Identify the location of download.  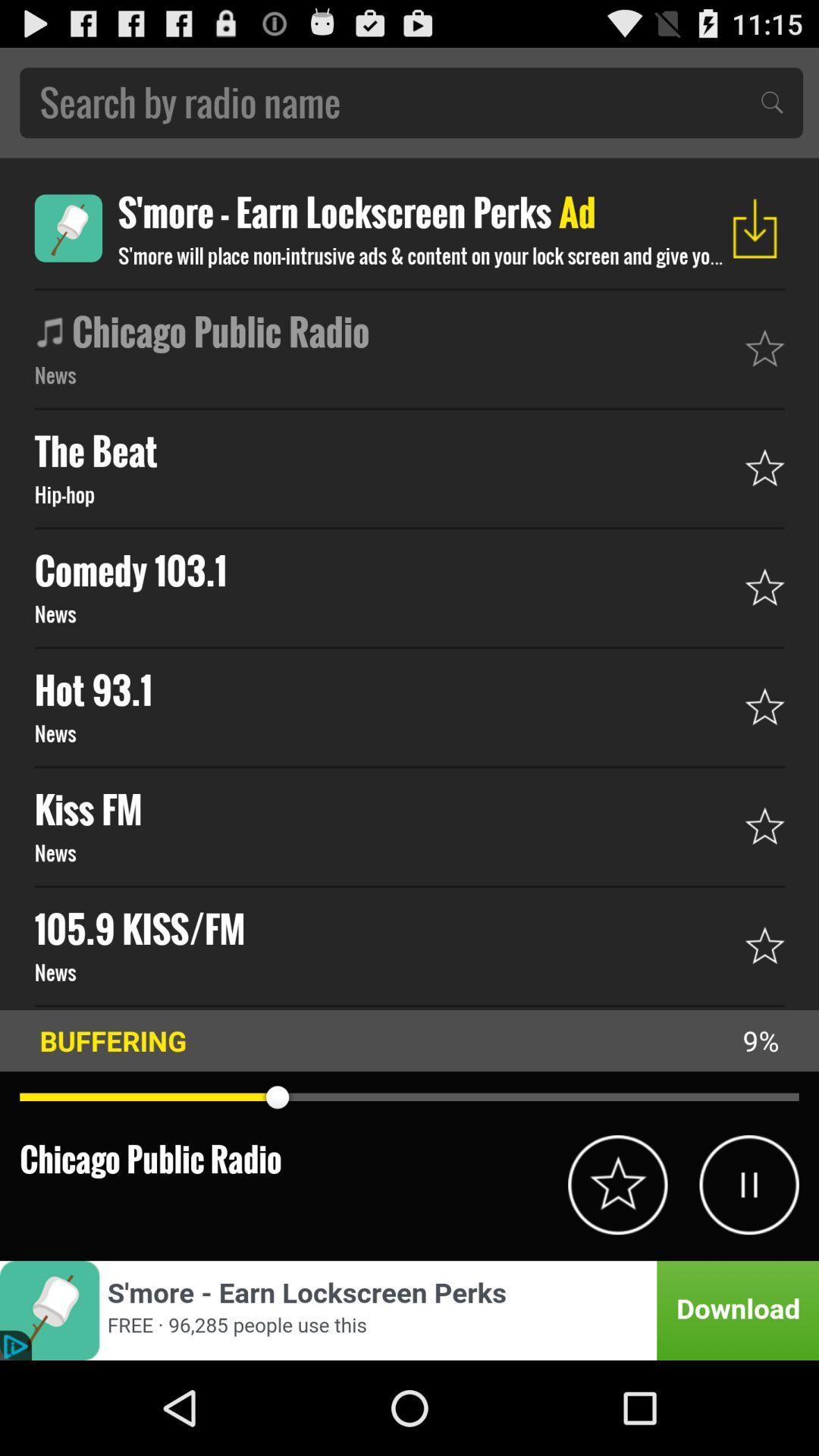
(755, 227).